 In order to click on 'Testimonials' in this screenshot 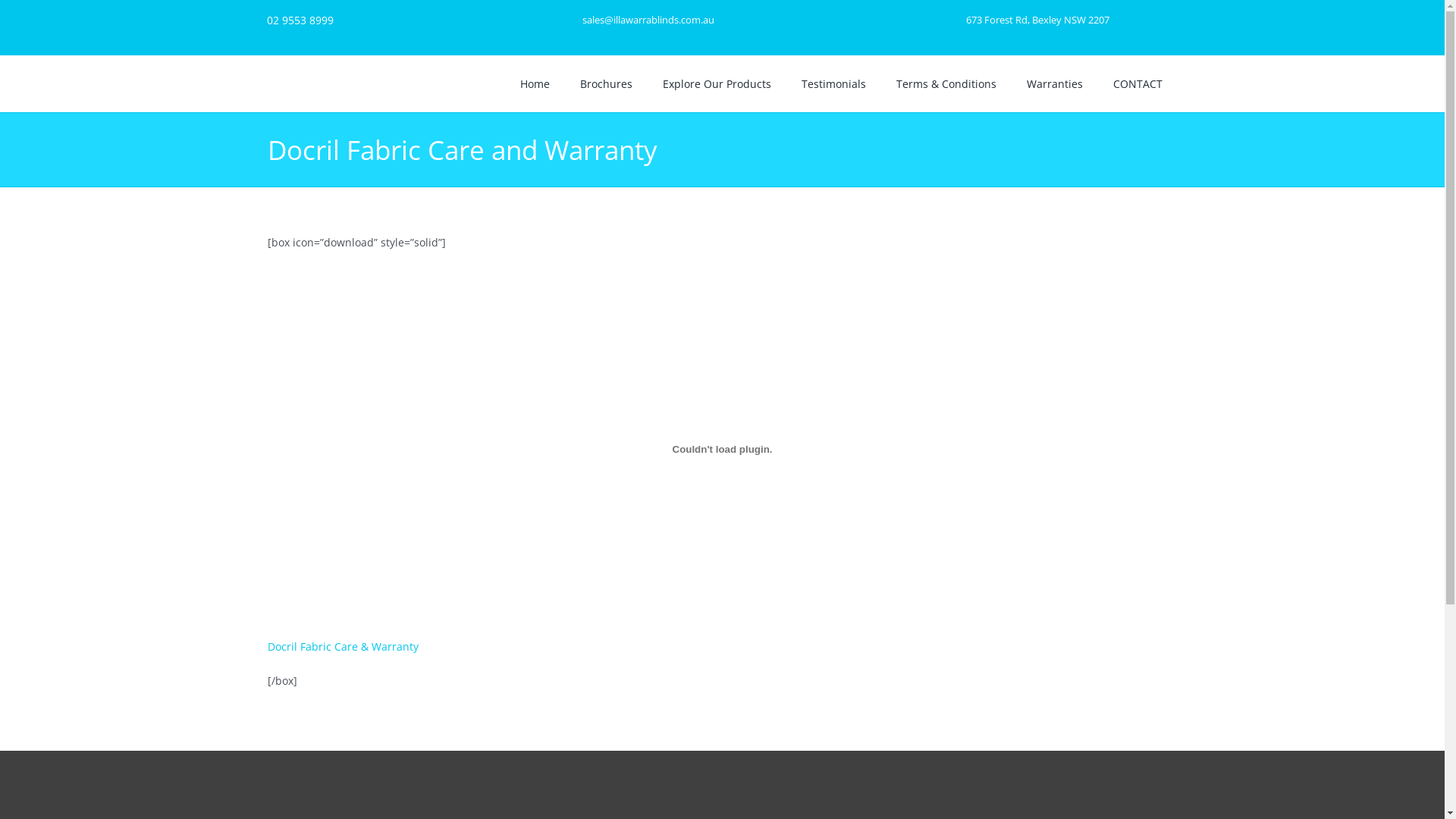, I will do `click(833, 83)`.